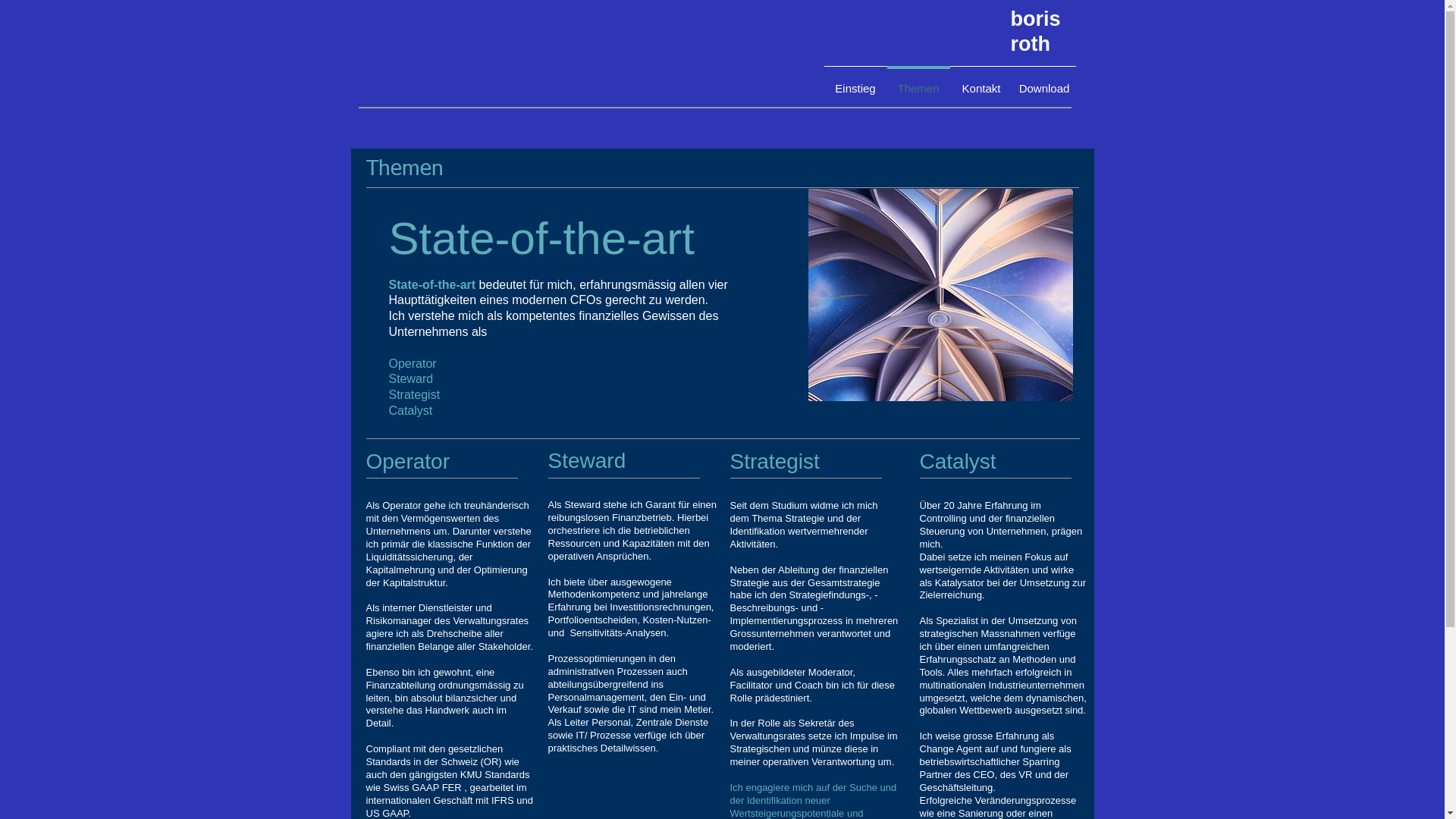  What do you see at coordinates (855, 82) in the screenshot?
I see `'Einstieg'` at bounding box center [855, 82].